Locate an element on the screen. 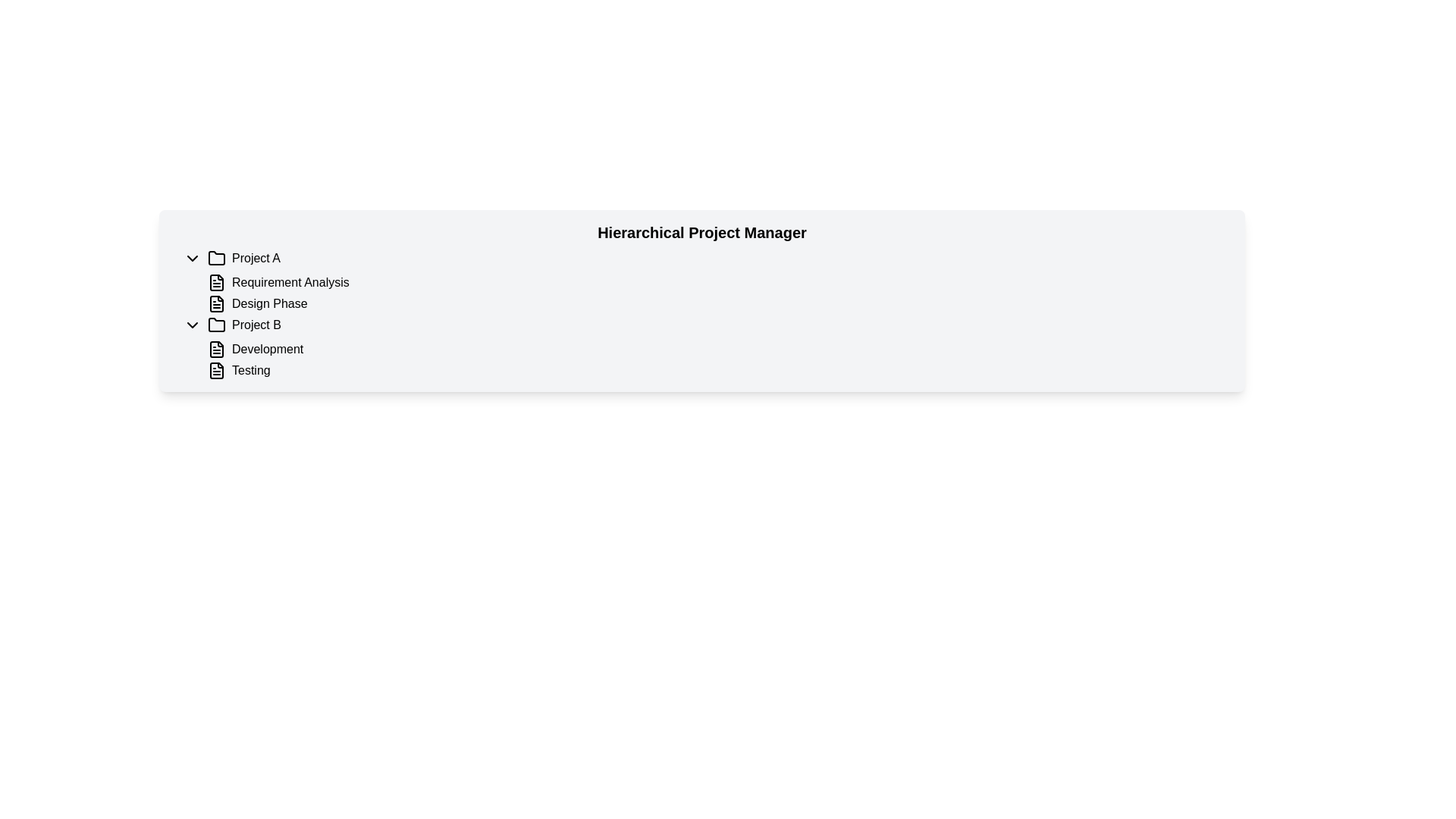  the text label named 'Testing' is located at coordinates (251, 371).